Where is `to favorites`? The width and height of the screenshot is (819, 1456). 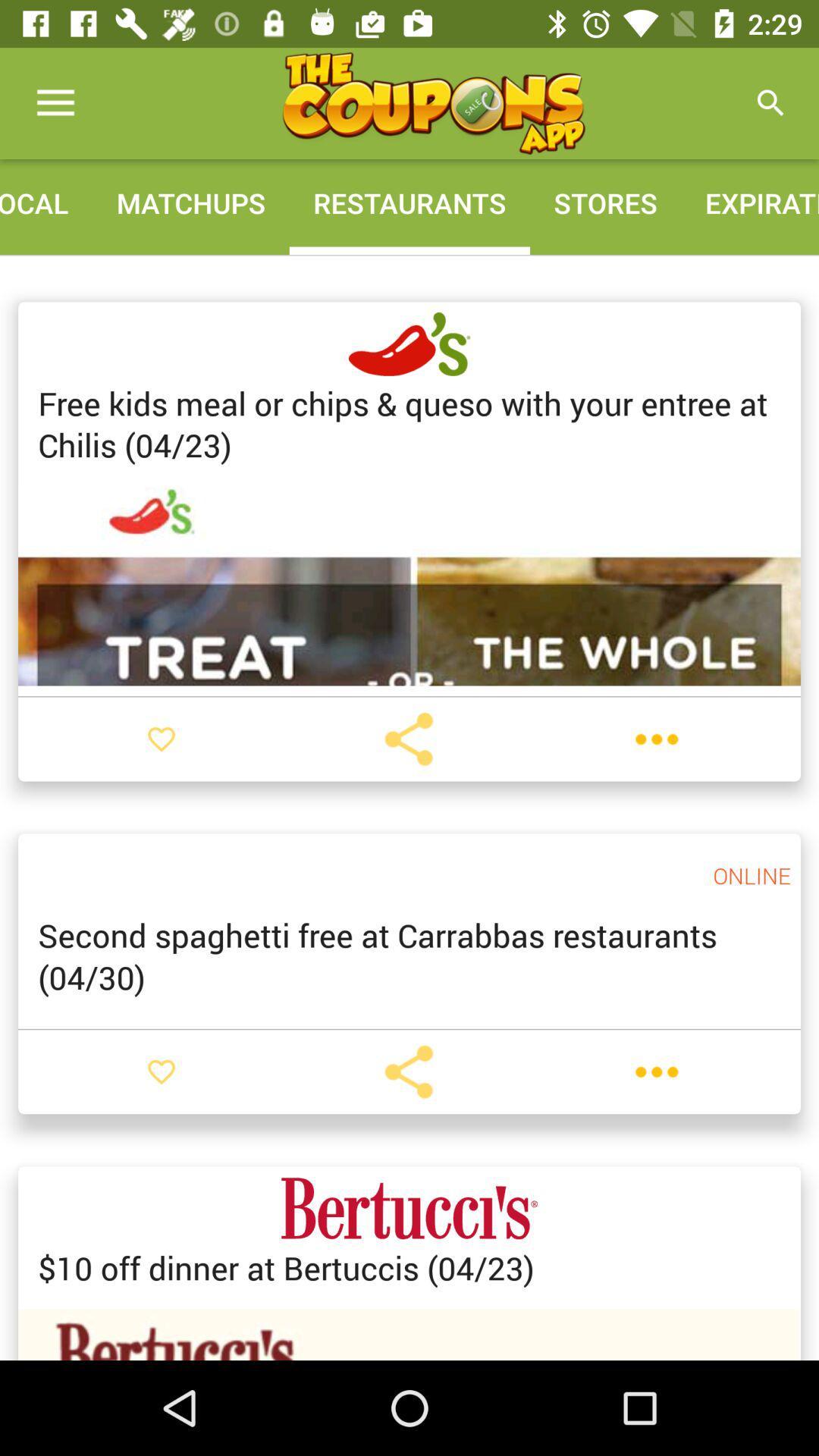 to favorites is located at coordinates (161, 739).